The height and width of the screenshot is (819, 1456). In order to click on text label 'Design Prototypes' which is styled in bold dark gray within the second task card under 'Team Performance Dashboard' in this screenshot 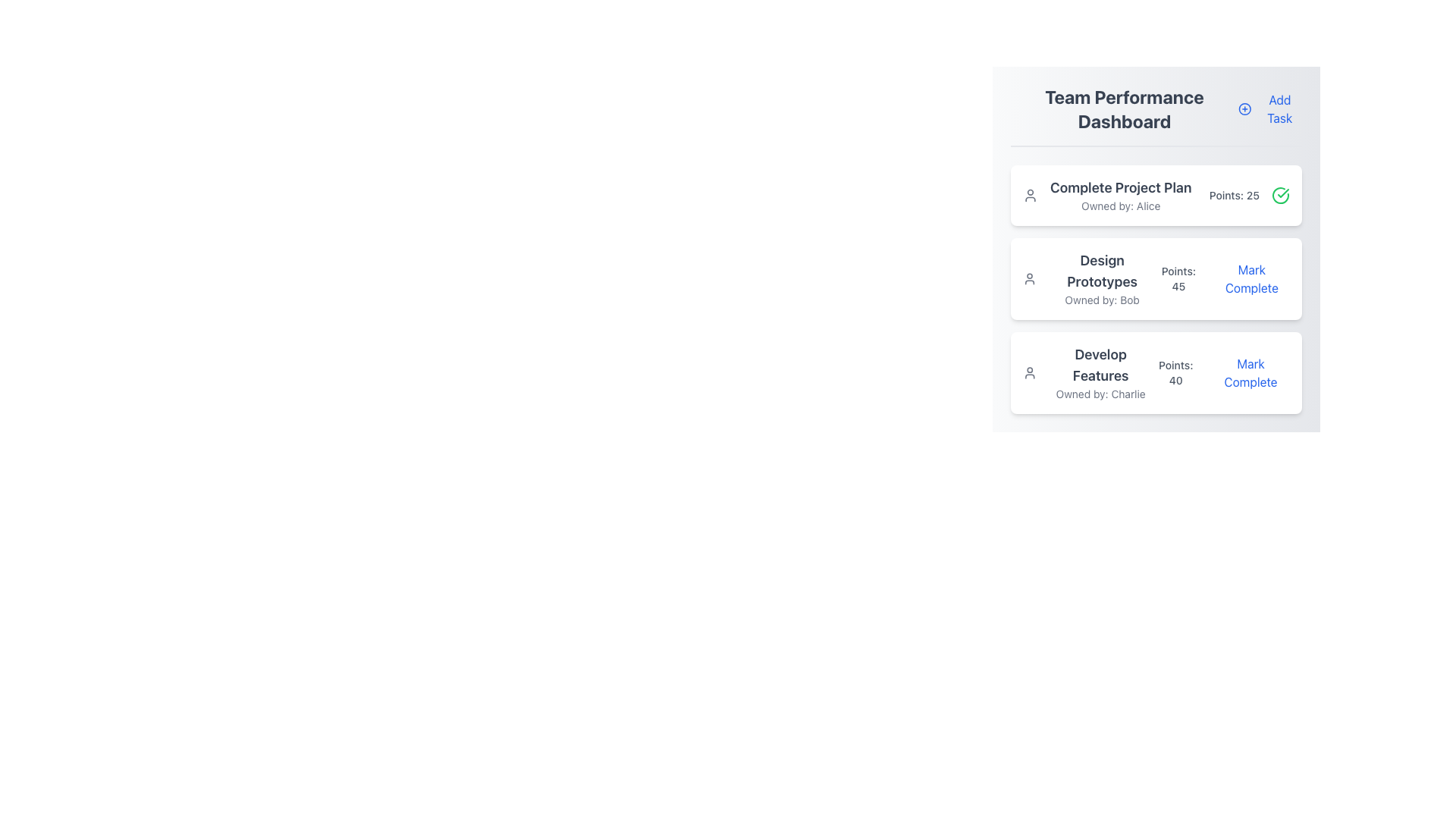, I will do `click(1102, 271)`.